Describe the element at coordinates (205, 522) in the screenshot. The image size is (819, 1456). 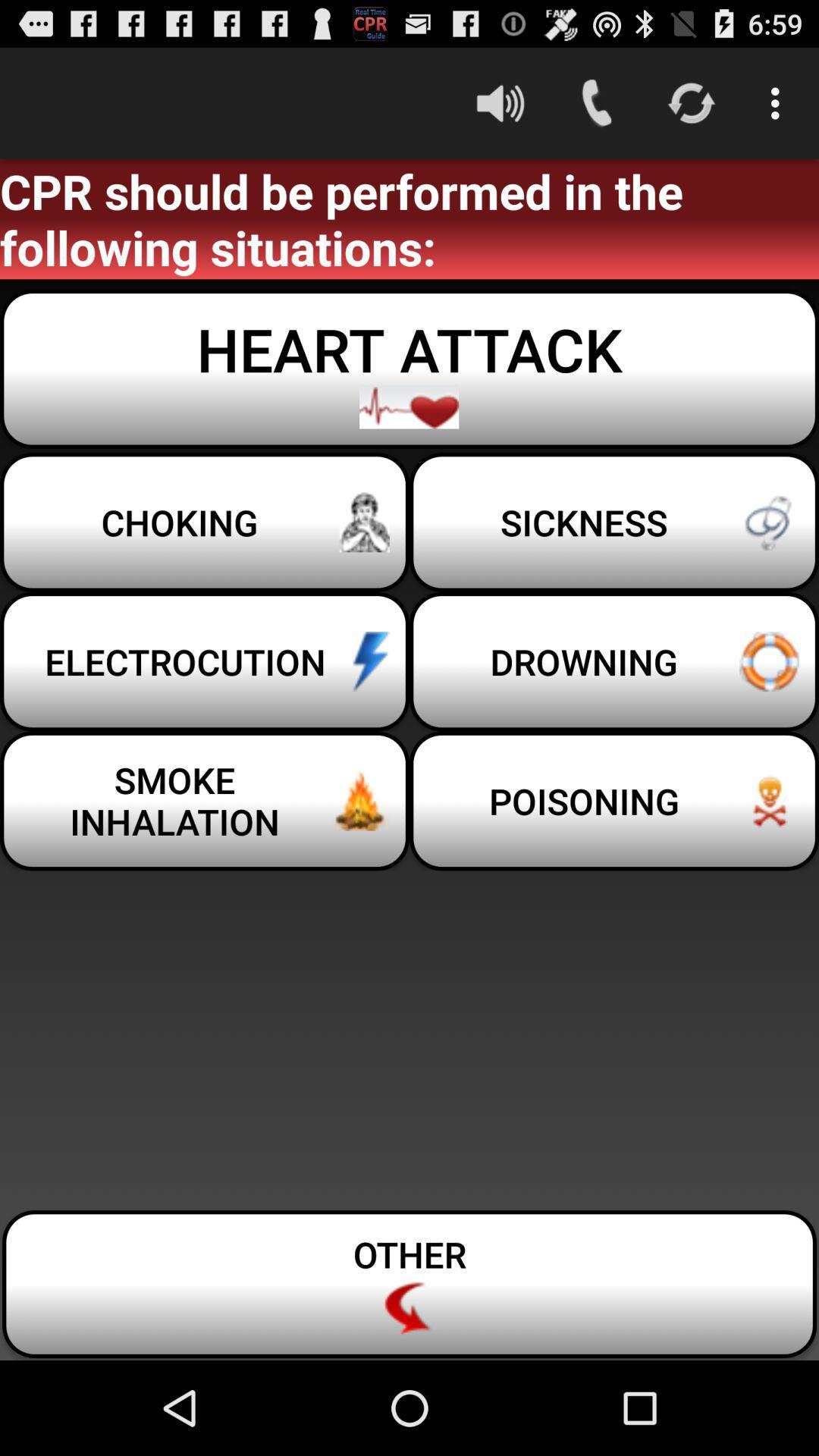
I see `icon to the left of the sickness button` at that location.